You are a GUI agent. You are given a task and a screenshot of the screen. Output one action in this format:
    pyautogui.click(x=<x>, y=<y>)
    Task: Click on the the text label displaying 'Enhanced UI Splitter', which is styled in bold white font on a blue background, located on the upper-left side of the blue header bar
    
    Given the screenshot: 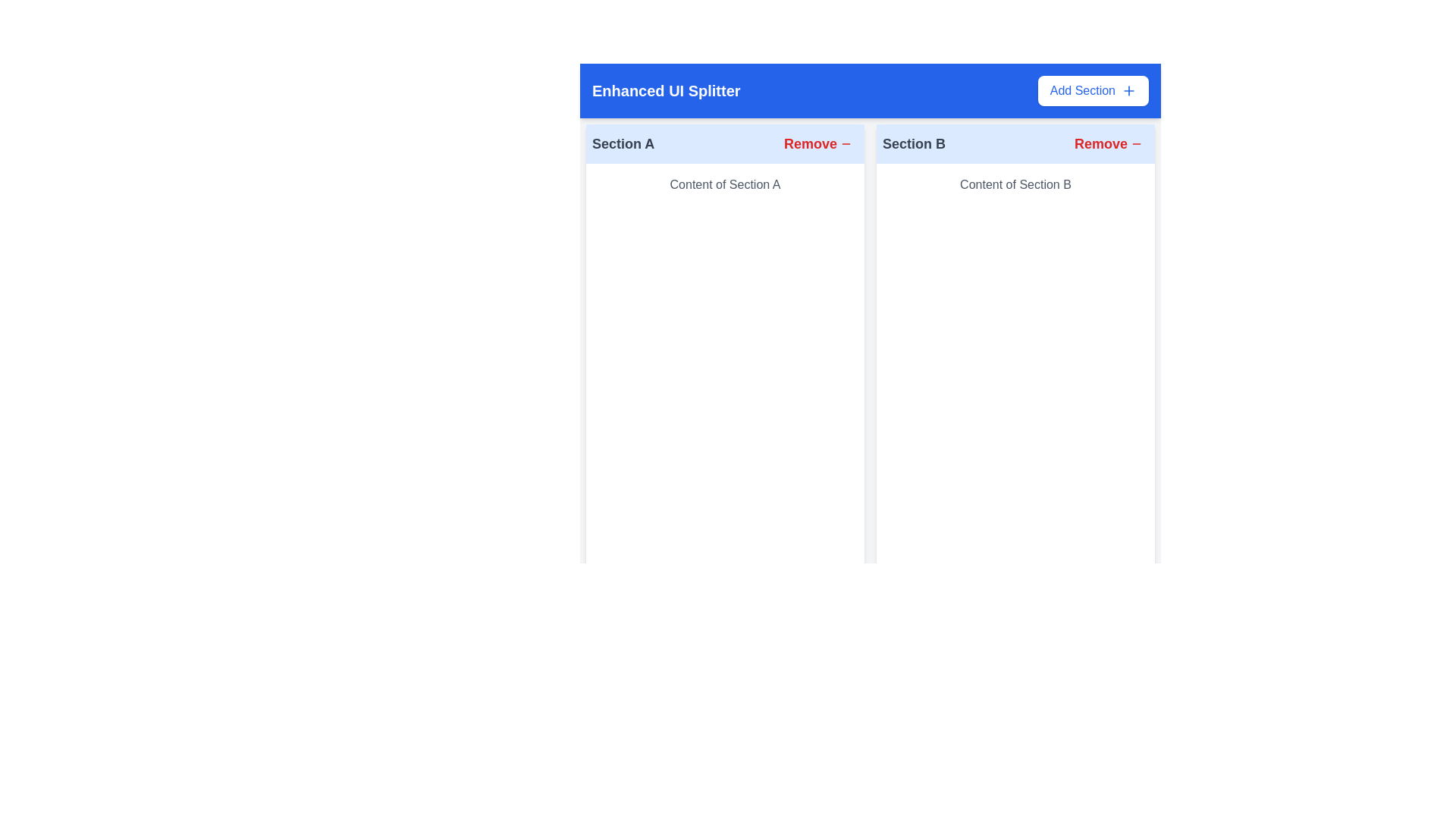 What is the action you would take?
    pyautogui.click(x=666, y=90)
    